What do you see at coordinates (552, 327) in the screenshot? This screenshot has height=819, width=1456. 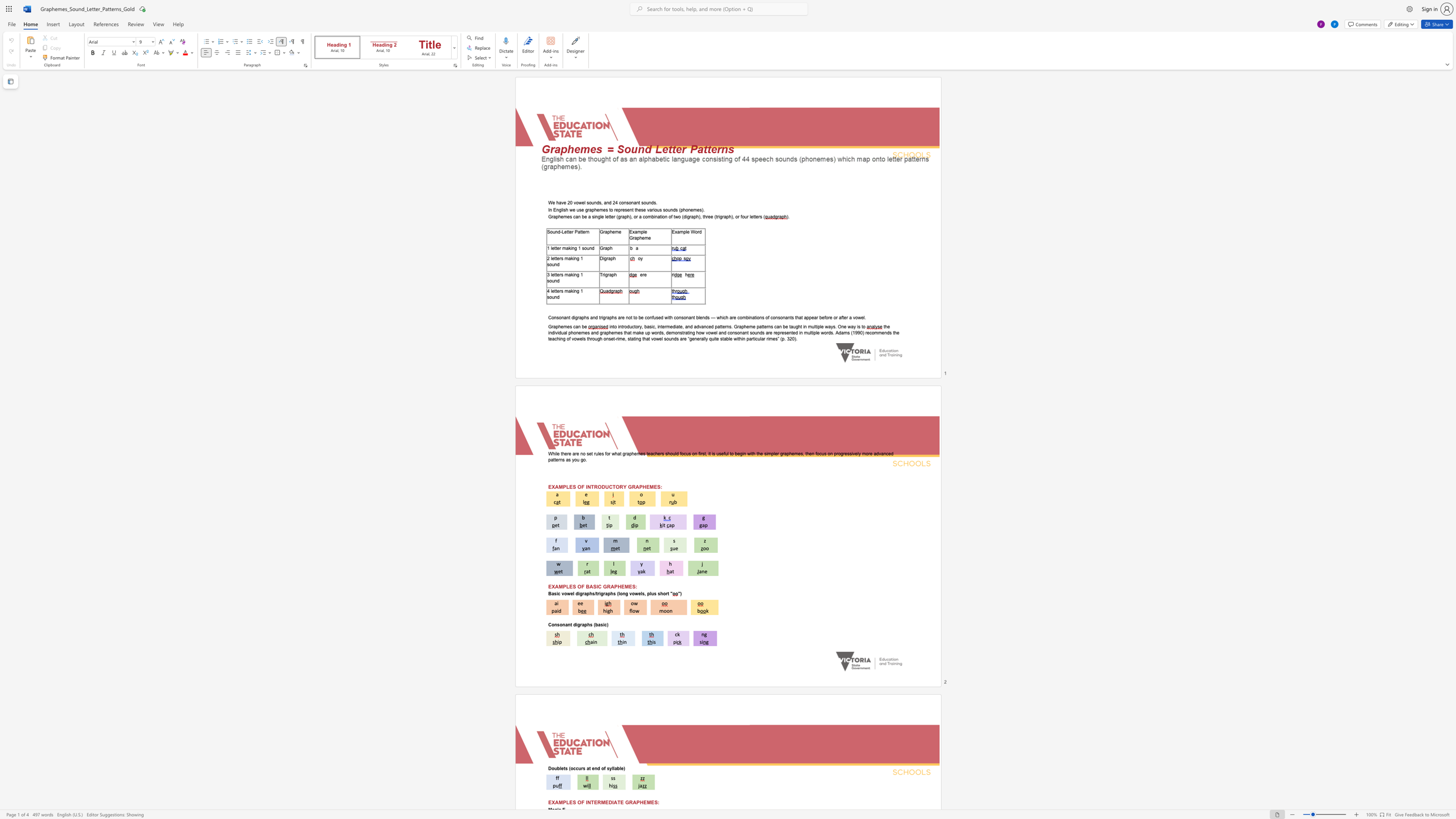 I see `the subset text "raphemes can b" within the text "Graphemes can be"` at bounding box center [552, 327].